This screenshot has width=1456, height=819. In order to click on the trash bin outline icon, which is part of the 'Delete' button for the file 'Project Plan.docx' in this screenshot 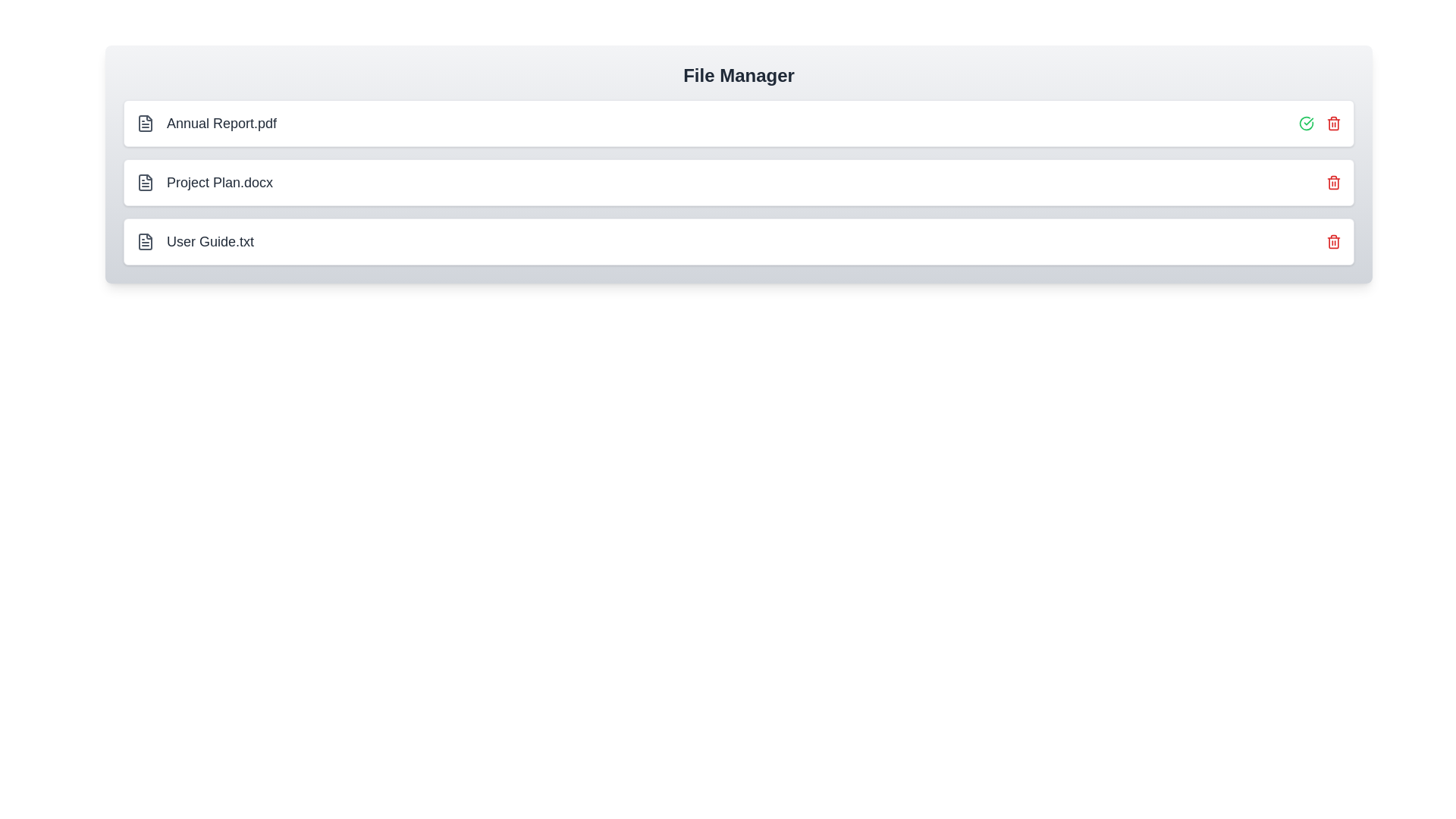, I will do `click(1332, 183)`.